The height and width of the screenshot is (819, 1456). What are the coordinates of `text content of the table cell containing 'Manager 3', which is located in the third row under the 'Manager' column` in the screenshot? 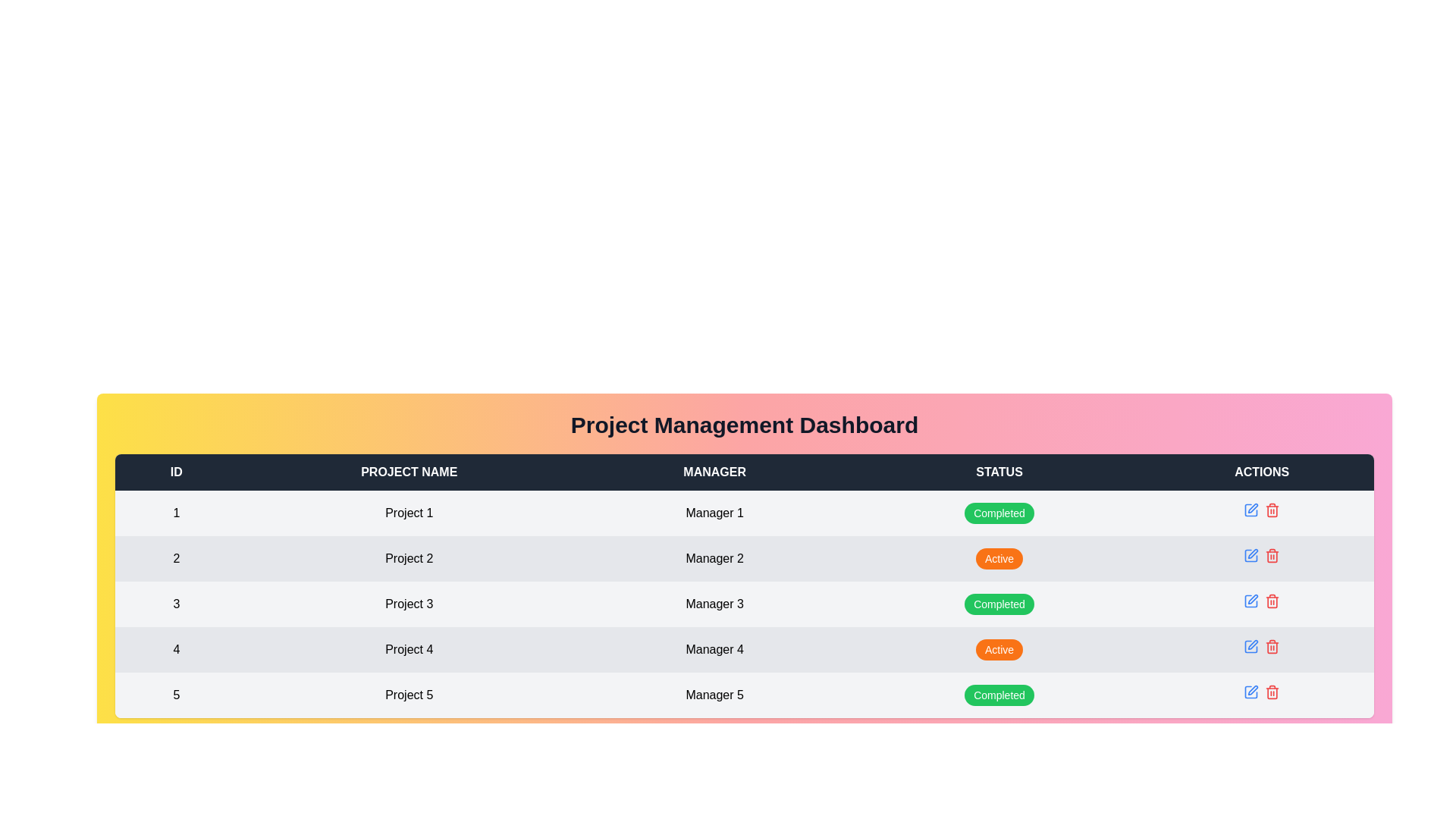 It's located at (714, 604).